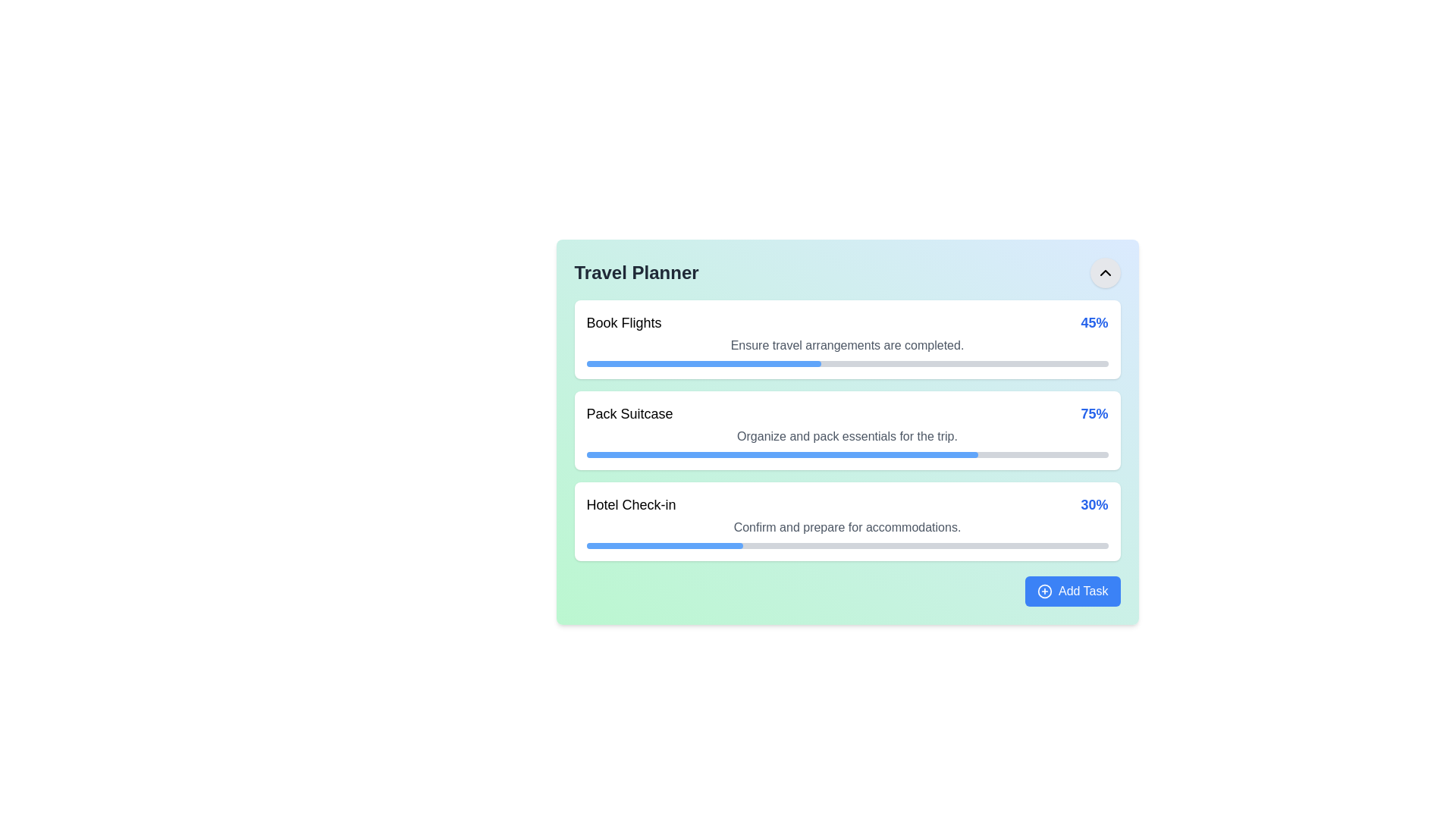  I want to click on the Task progress card for 'Pack Suitcase', so click(846, 430).